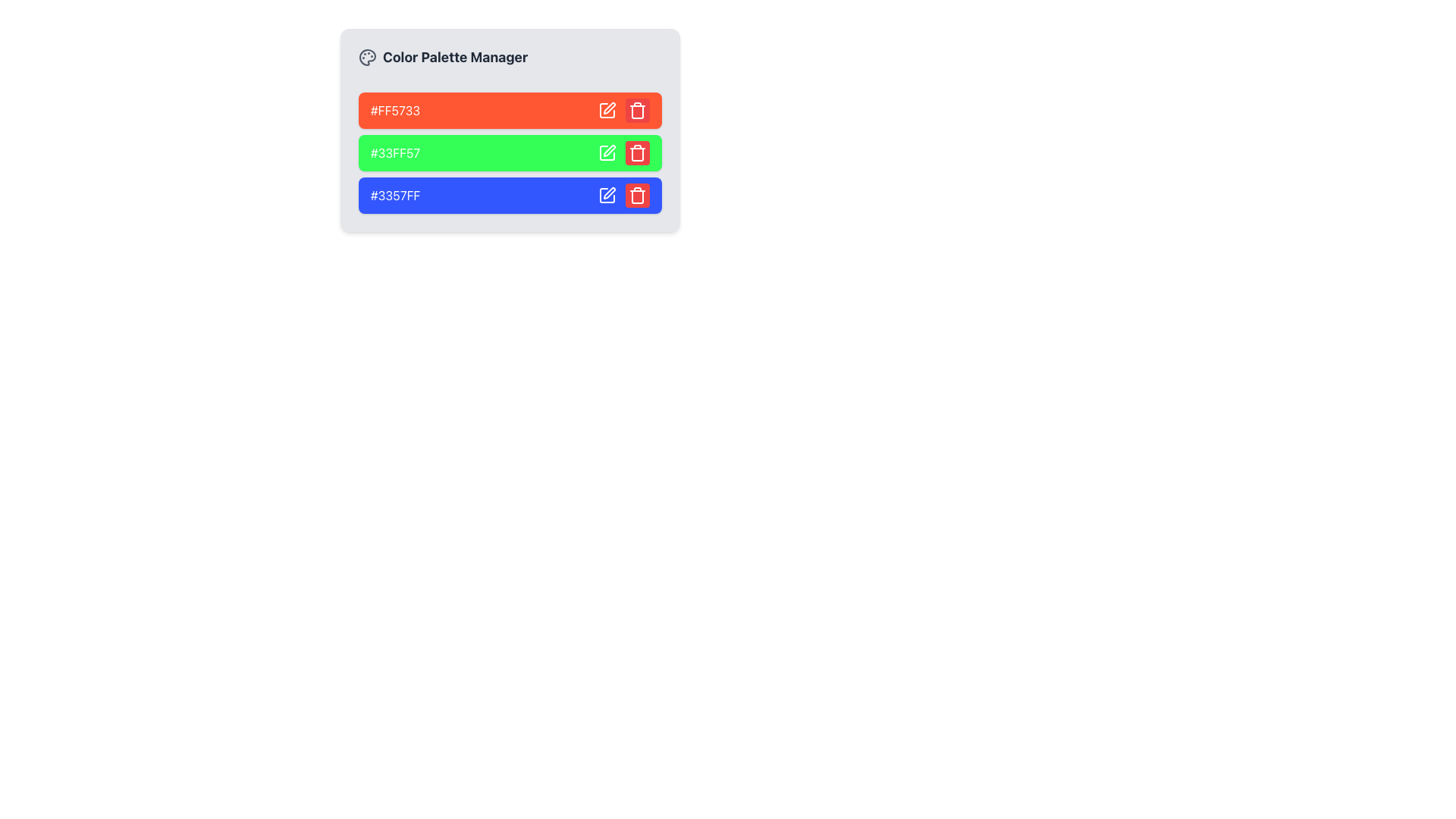 The image size is (1456, 819). Describe the element at coordinates (637, 152) in the screenshot. I see `the square-shaped red button with a trash icon on the far right of the second row in the color palette list` at that location.